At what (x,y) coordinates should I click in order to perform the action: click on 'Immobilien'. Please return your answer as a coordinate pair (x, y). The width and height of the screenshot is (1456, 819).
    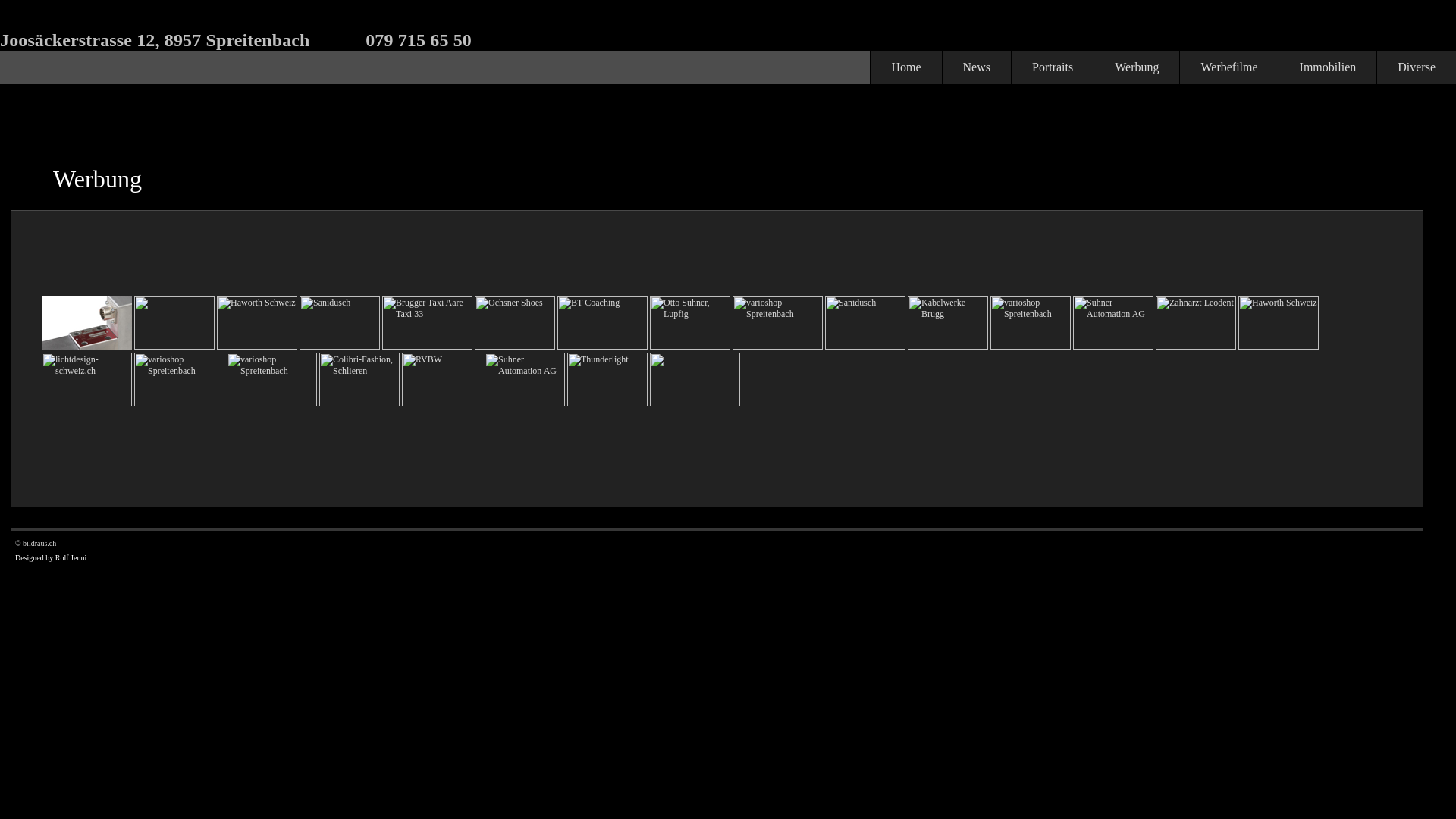
    Looking at the image, I should click on (1277, 66).